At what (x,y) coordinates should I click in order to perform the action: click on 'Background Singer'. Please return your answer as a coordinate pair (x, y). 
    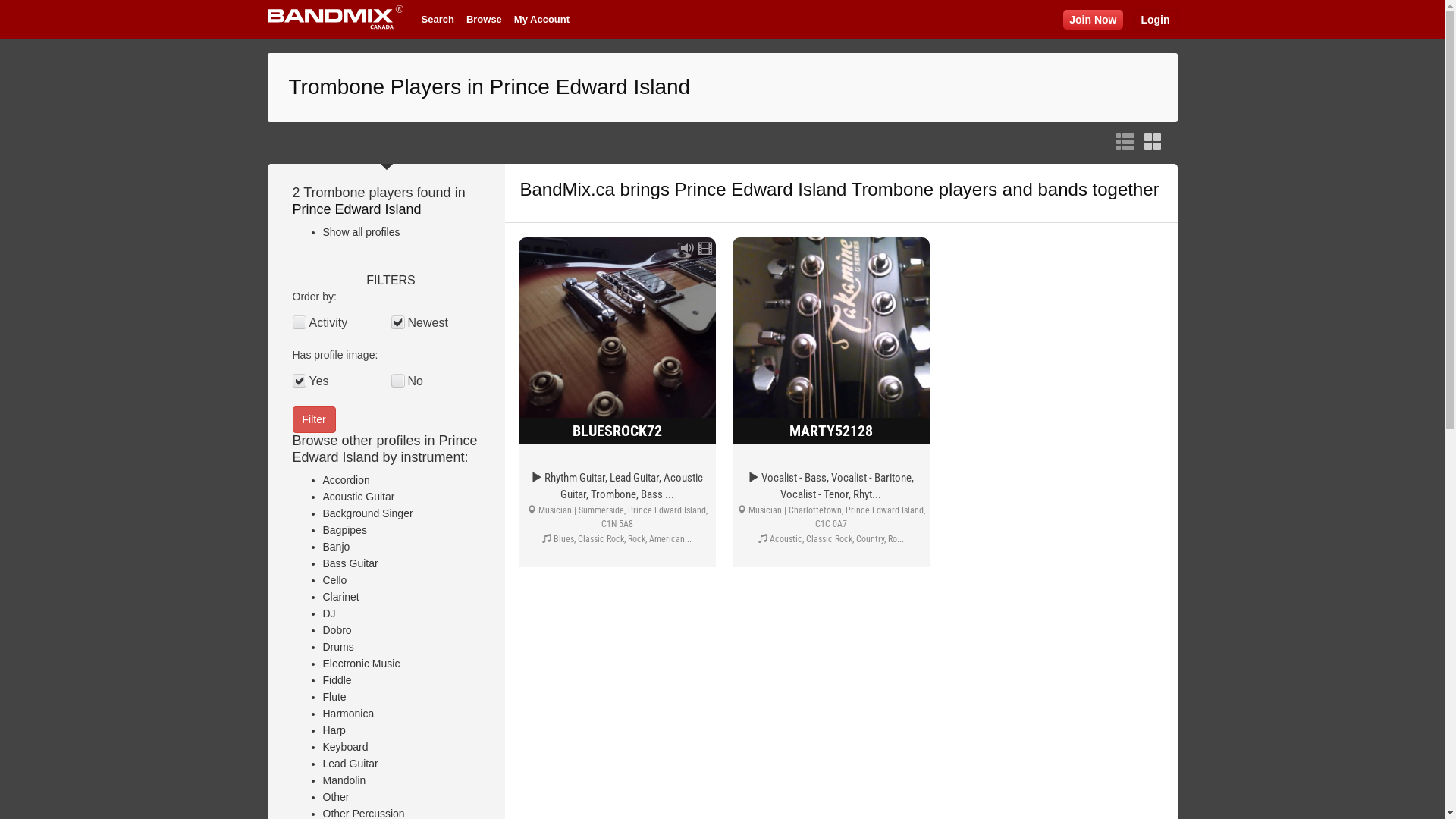
    Looking at the image, I should click on (368, 513).